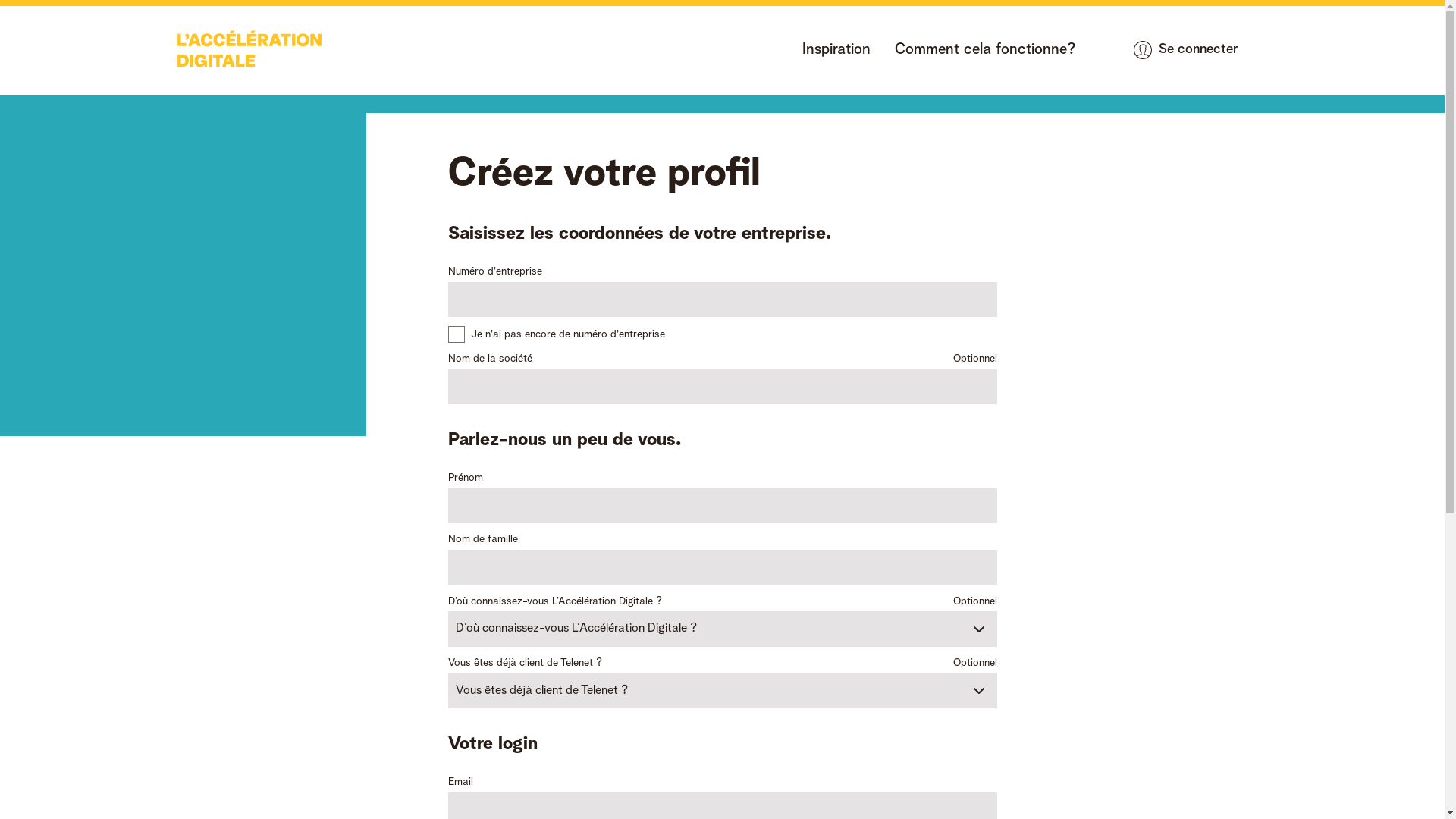  I want to click on 'Comment cela fonctionne?', so click(895, 49).